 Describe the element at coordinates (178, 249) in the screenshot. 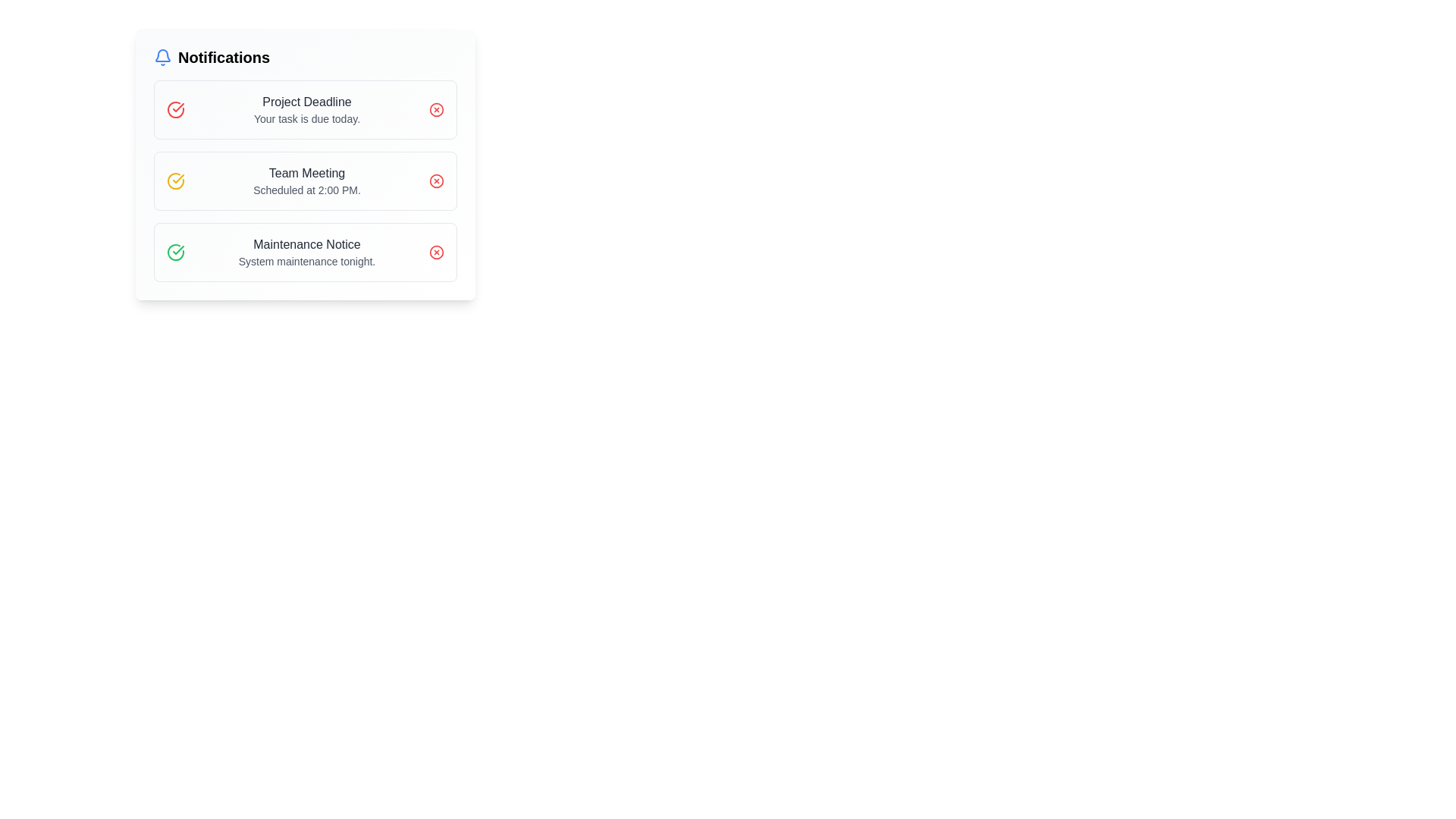

I see `the SVG icon within the 'Maintenance Notice' notification, which indicates a successful or ongoing positive action` at that location.